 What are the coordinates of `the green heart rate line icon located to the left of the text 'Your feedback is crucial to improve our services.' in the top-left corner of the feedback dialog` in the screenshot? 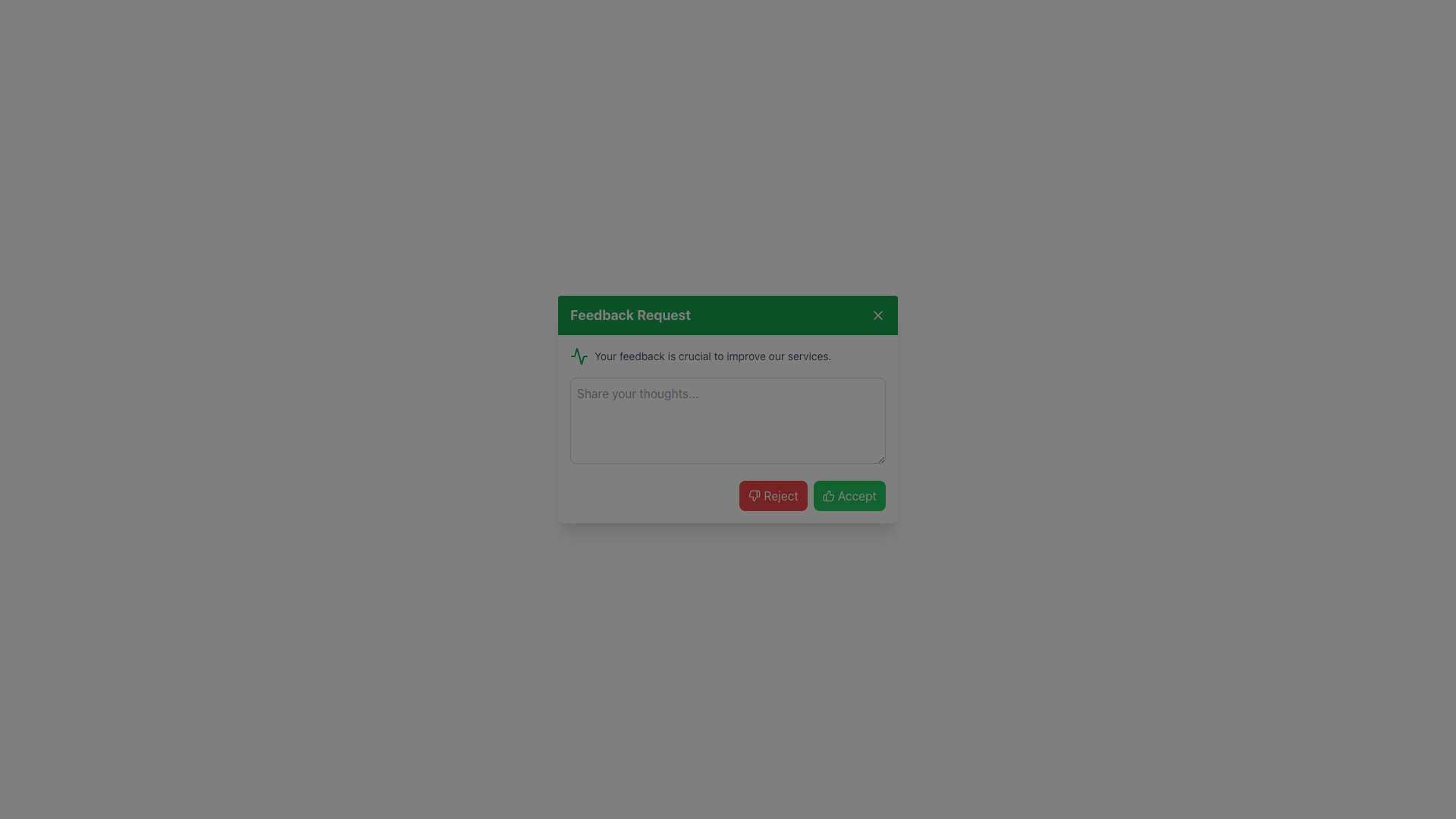 It's located at (578, 356).